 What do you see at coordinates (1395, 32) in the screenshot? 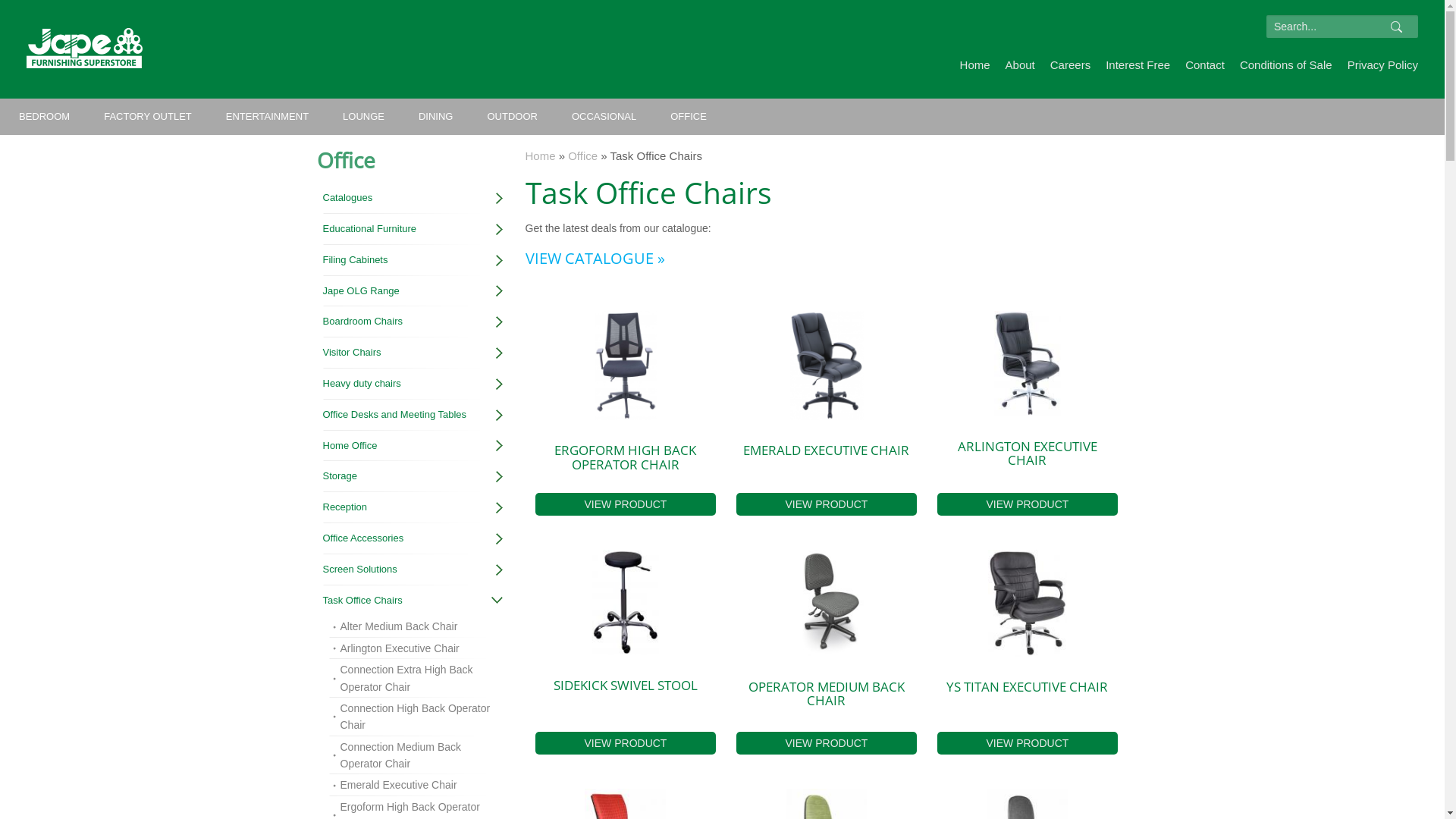
I see `'Search'` at bounding box center [1395, 32].